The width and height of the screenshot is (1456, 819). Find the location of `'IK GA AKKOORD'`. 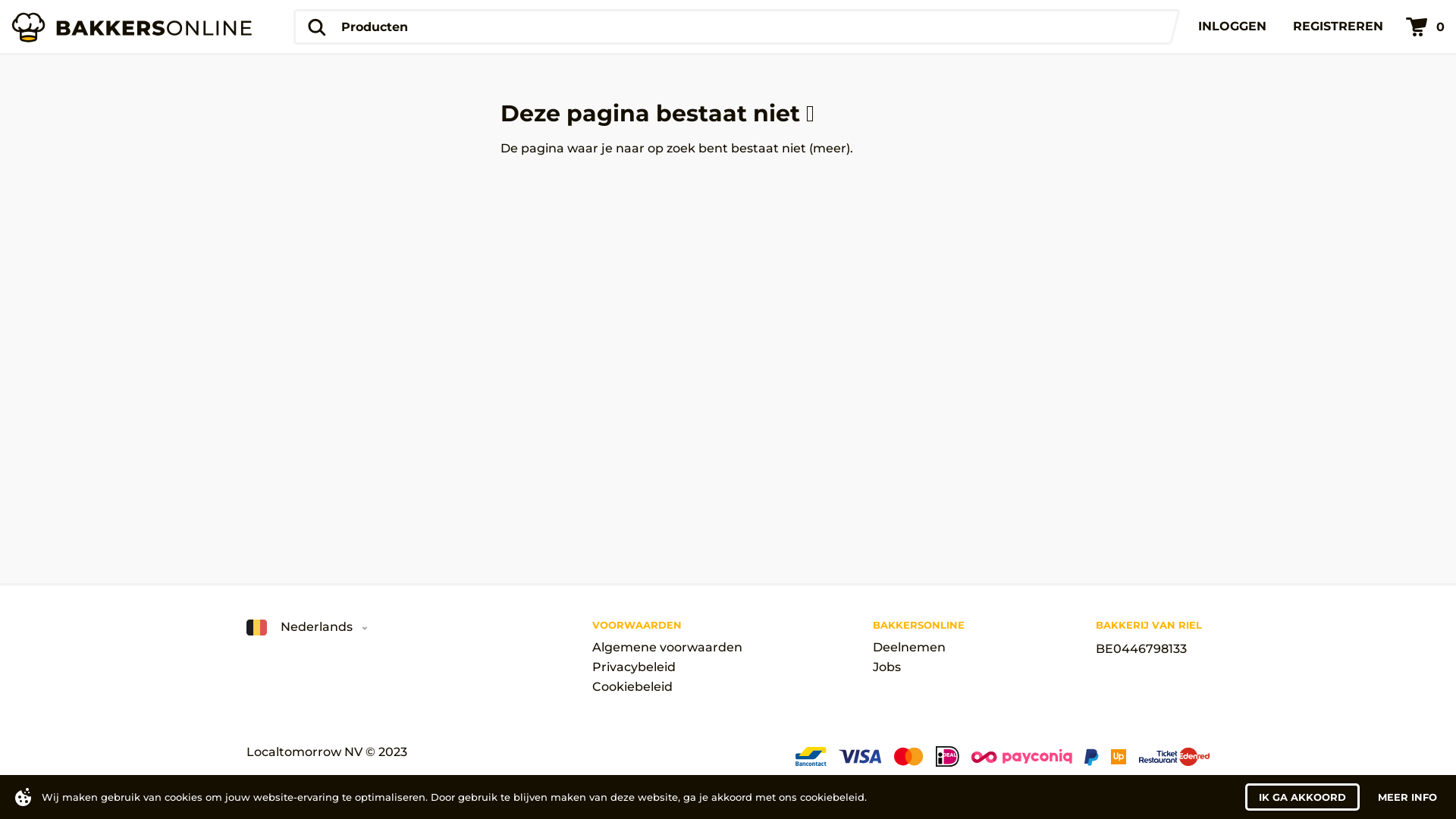

'IK GA AKKOORD' is located at coordinates (1301, 795).